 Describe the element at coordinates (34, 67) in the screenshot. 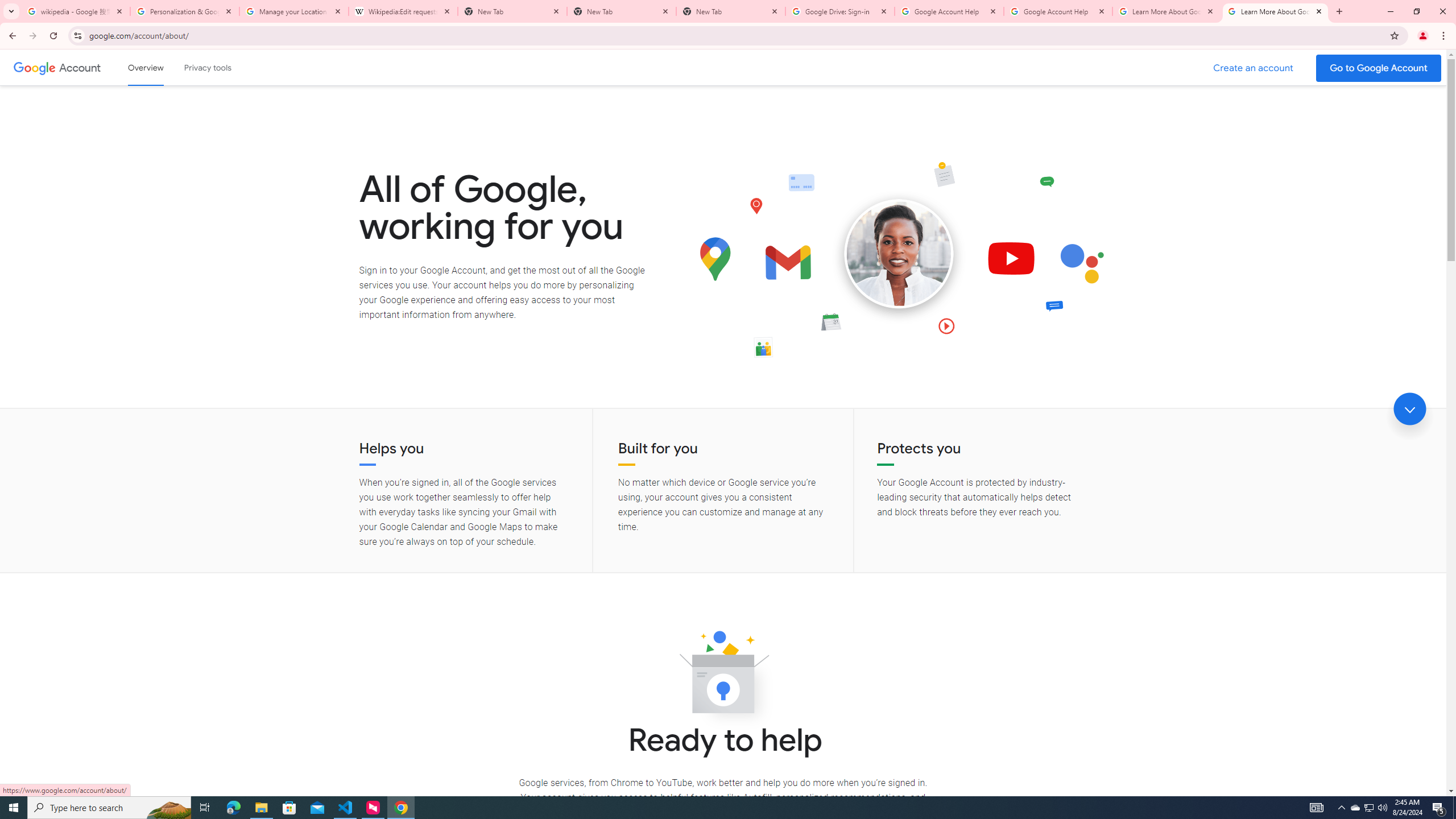

I see `'Google logo'` at that location.